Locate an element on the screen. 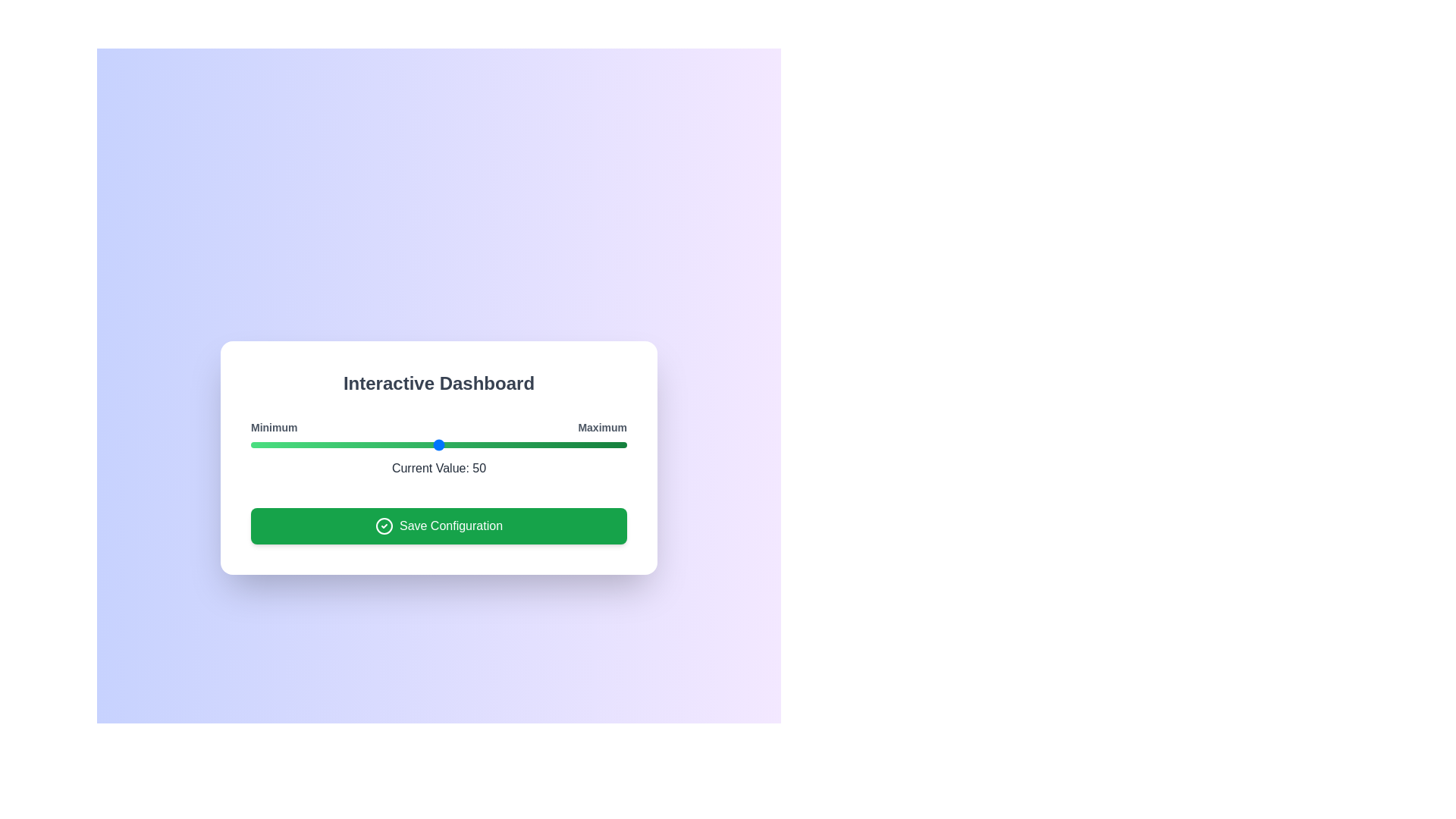 The image size is (1456, 819). the slider to set the value to 59 is located at coordinates (472, 444).